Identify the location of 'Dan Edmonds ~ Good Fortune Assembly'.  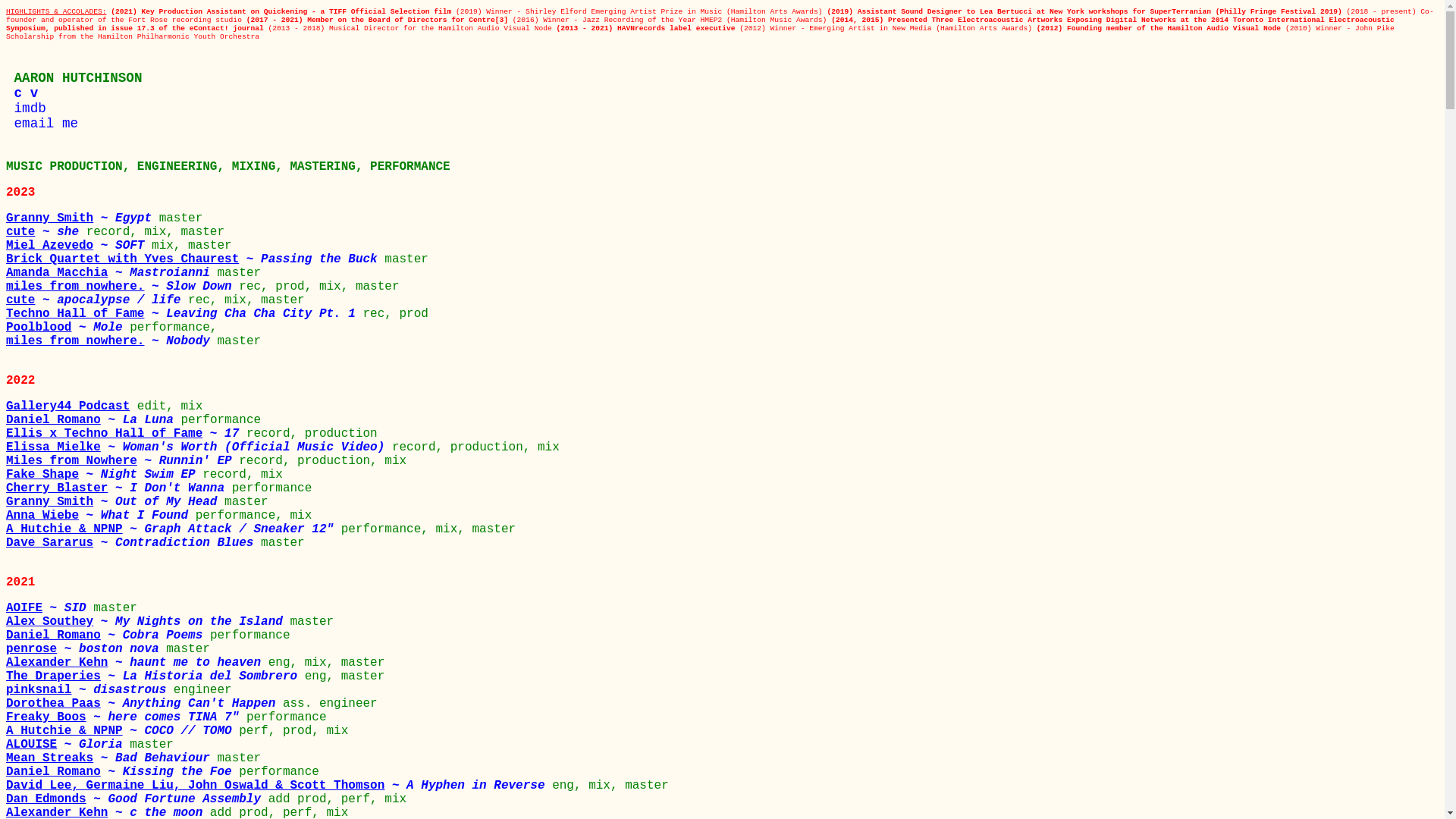
(137, 798).